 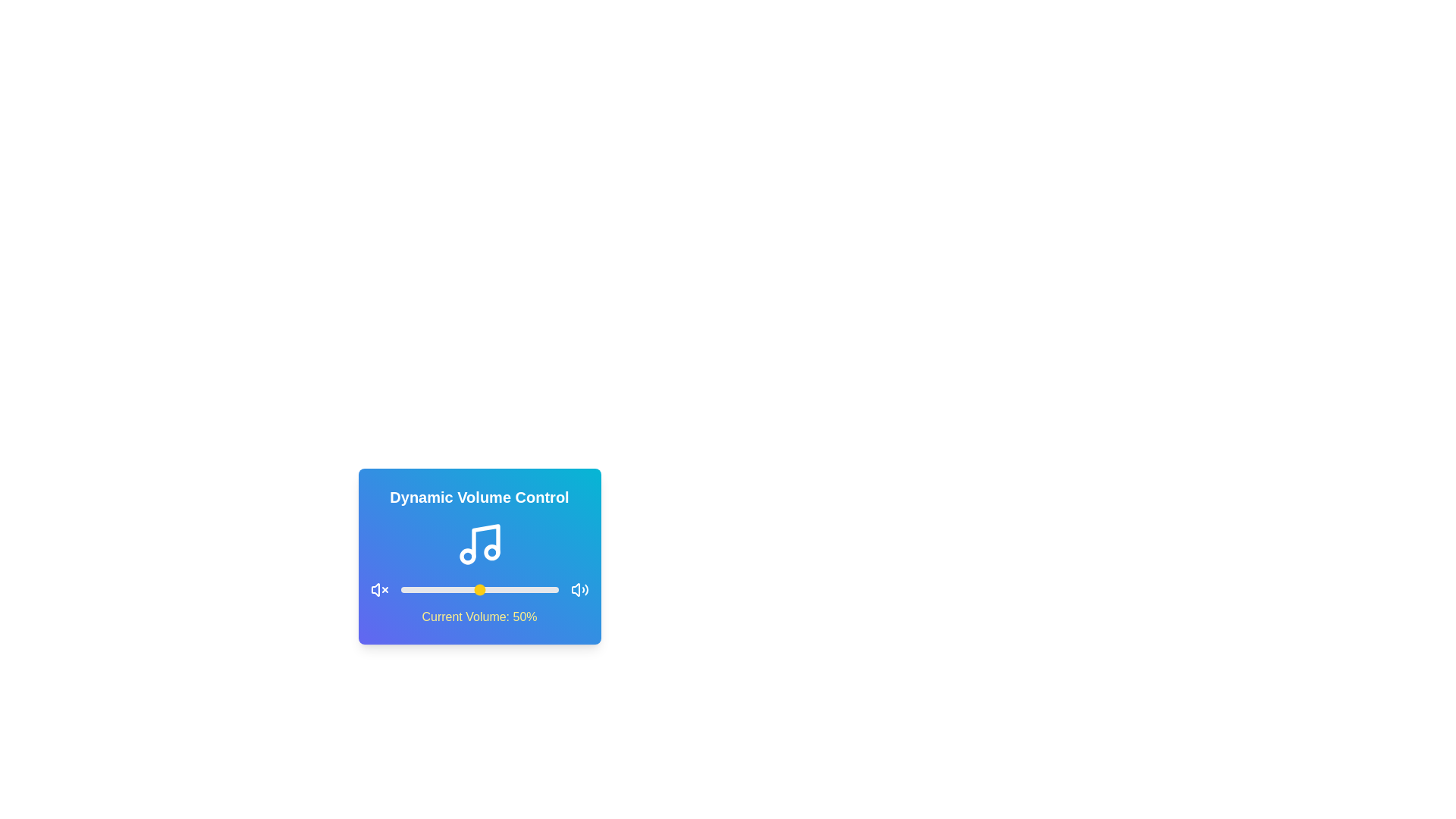 What do you see at coordinates (403, 589) in the screenshot?
I see `the volume to 2% by adjusting the slider` at bounding box center [403, 589].